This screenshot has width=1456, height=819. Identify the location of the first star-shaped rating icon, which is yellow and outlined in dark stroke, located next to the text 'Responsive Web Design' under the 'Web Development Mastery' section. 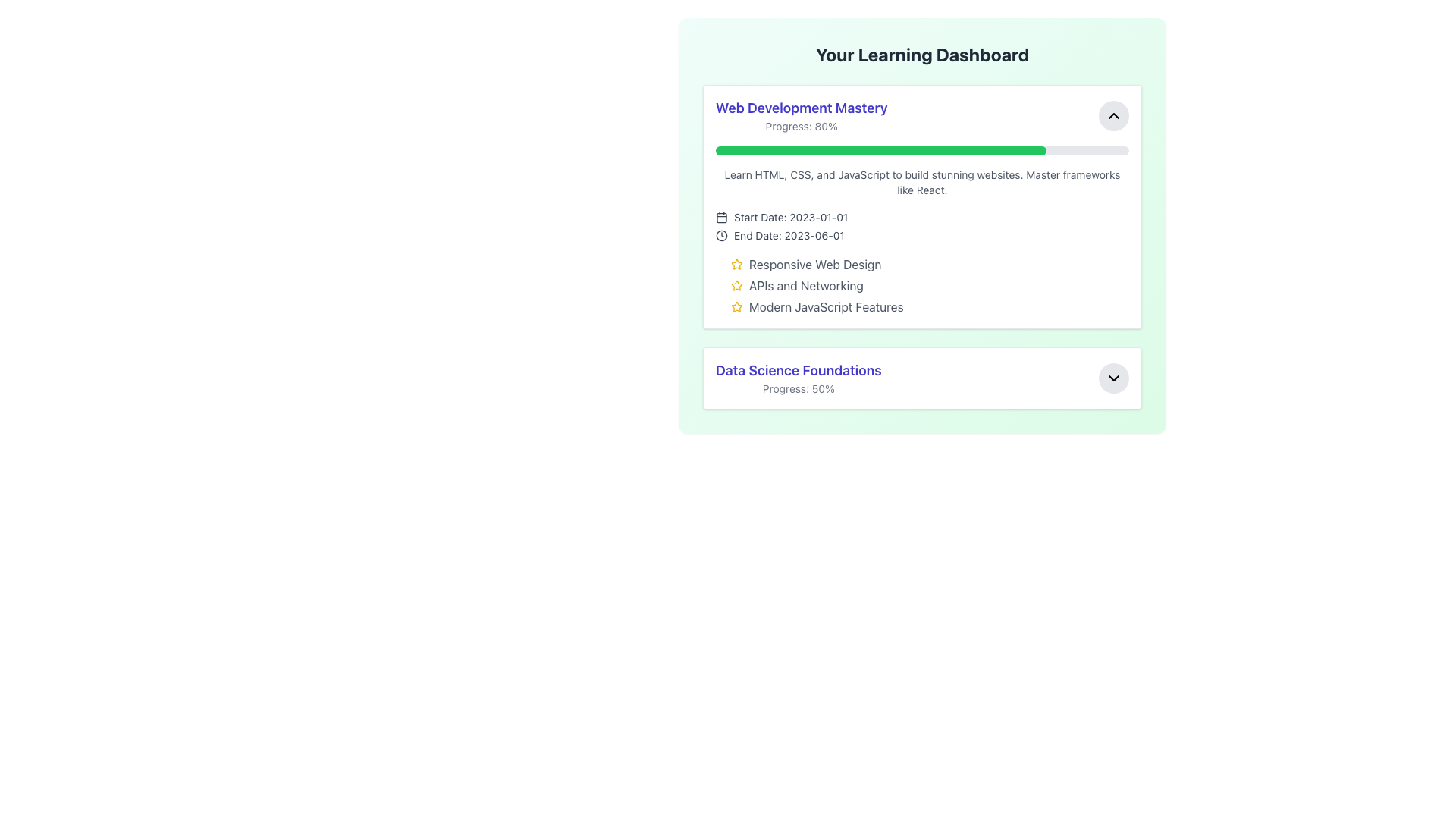
(736, 263).